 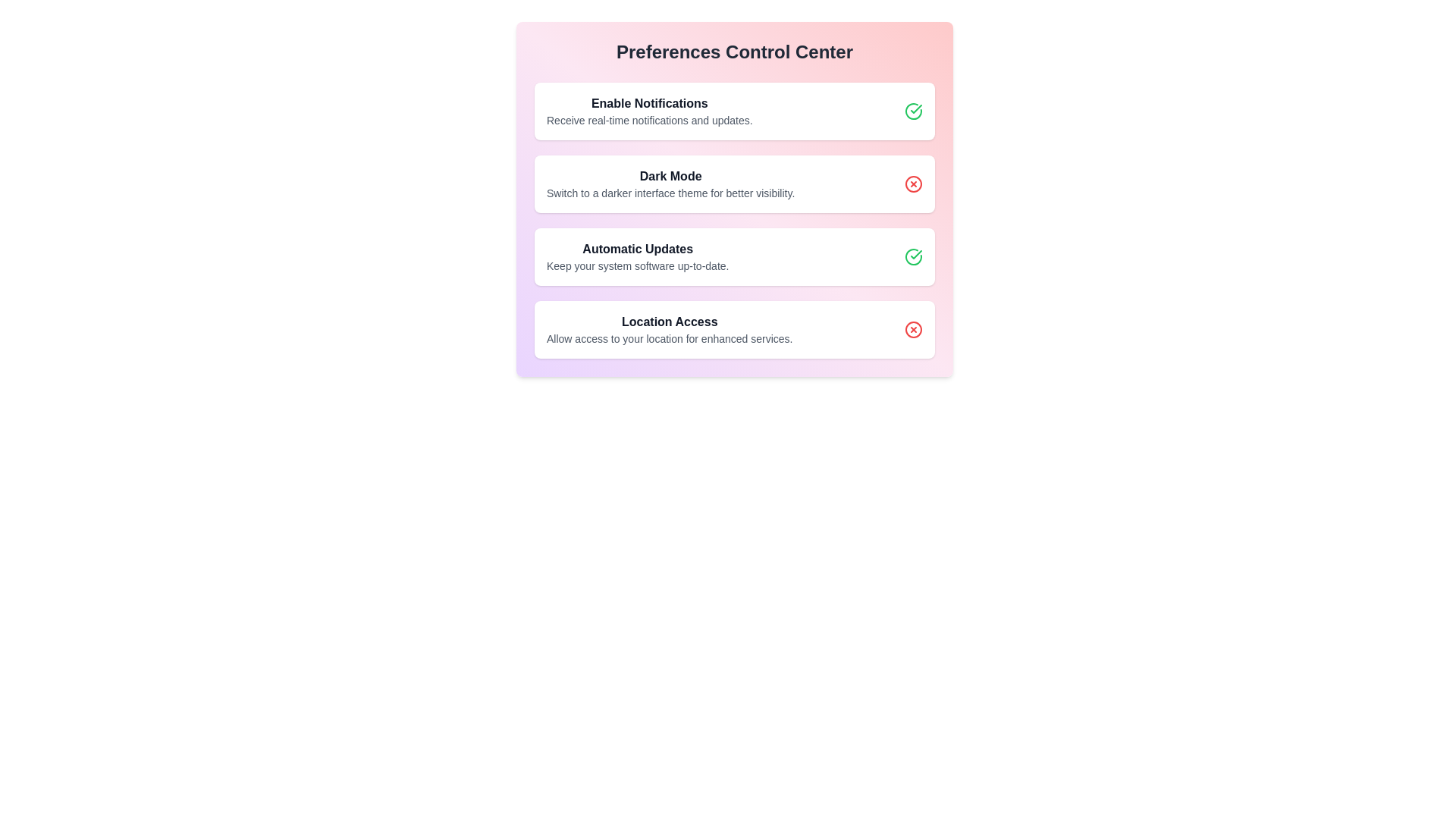 I want to click on the Text label that indicates the option to enable dark mode, which is positioned below the 'Enable Notifications' section and precedes 'Automatic Updates', so click(x=670, y=175).